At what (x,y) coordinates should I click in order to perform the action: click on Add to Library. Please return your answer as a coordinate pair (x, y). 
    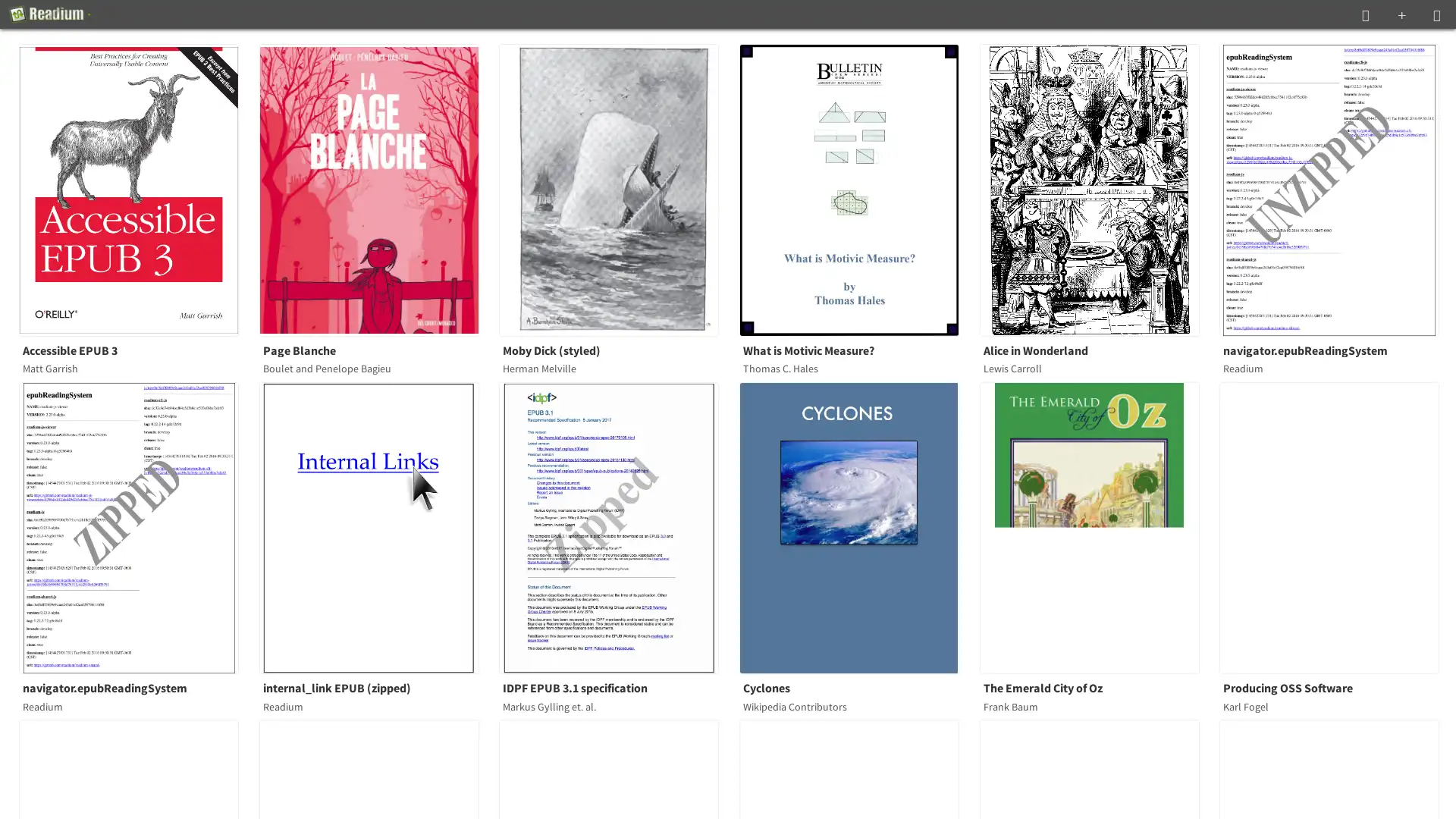
    Looking at the image, I should click on (1401, 14).